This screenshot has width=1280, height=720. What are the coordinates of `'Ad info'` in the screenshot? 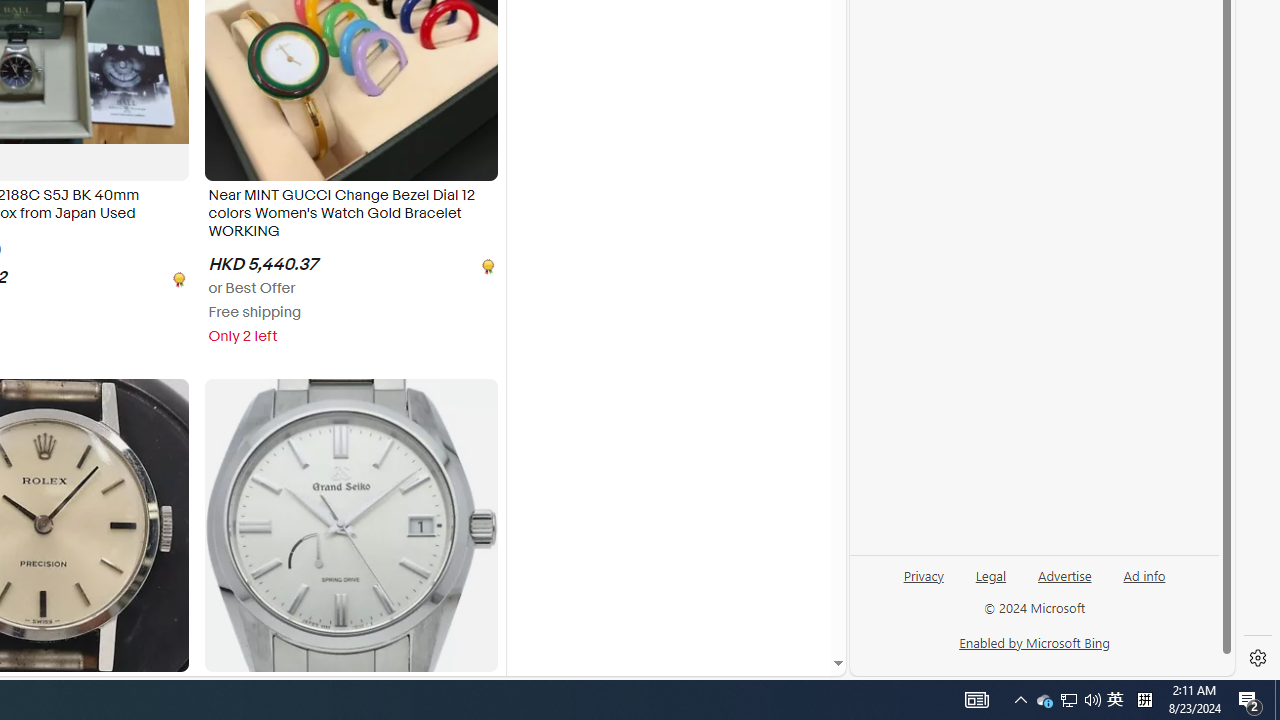 It's located at (1144, 583).